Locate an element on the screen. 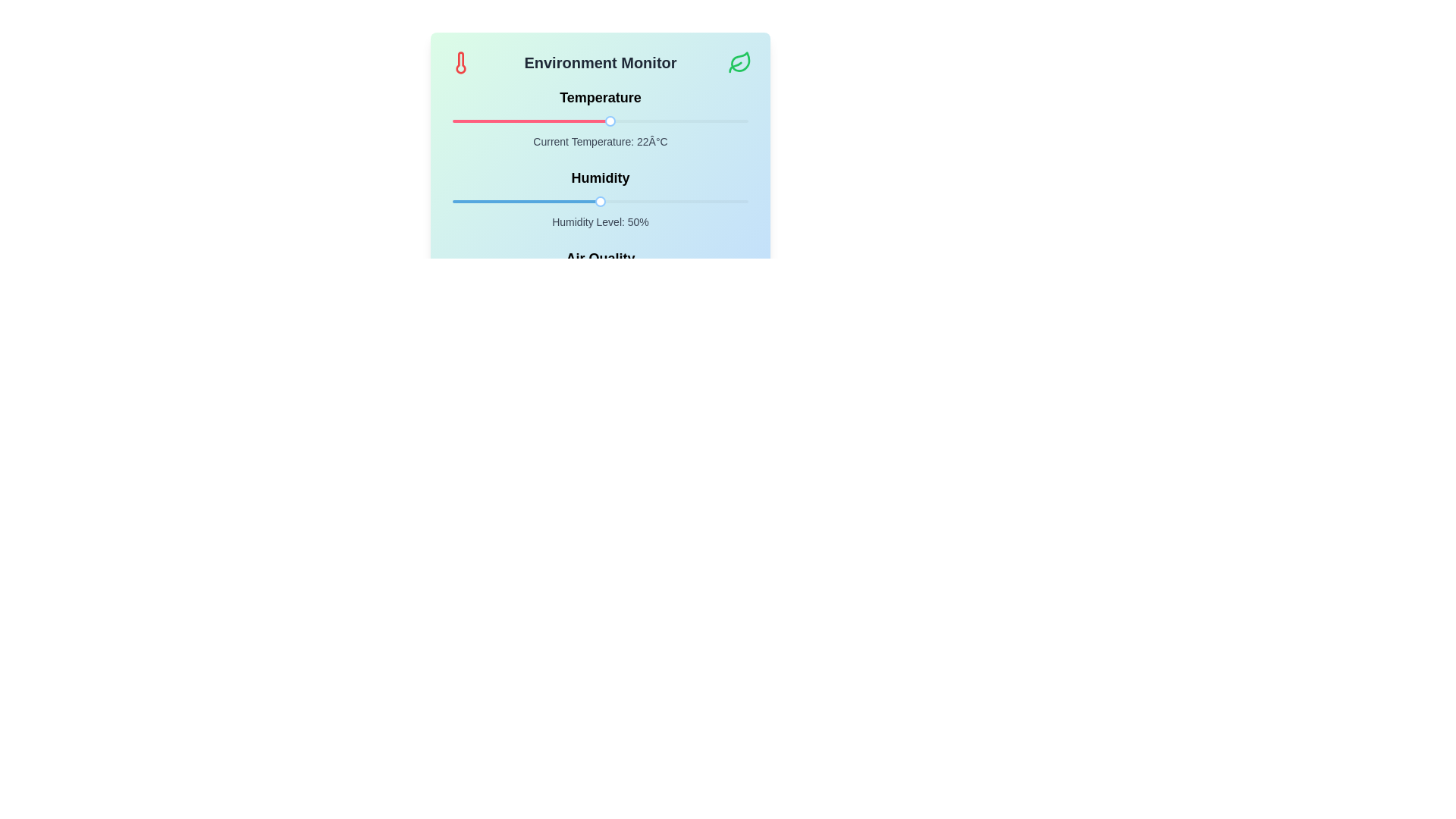 This screenshot has width=1456, height=819. humidity is located at coordinates (500, 201).